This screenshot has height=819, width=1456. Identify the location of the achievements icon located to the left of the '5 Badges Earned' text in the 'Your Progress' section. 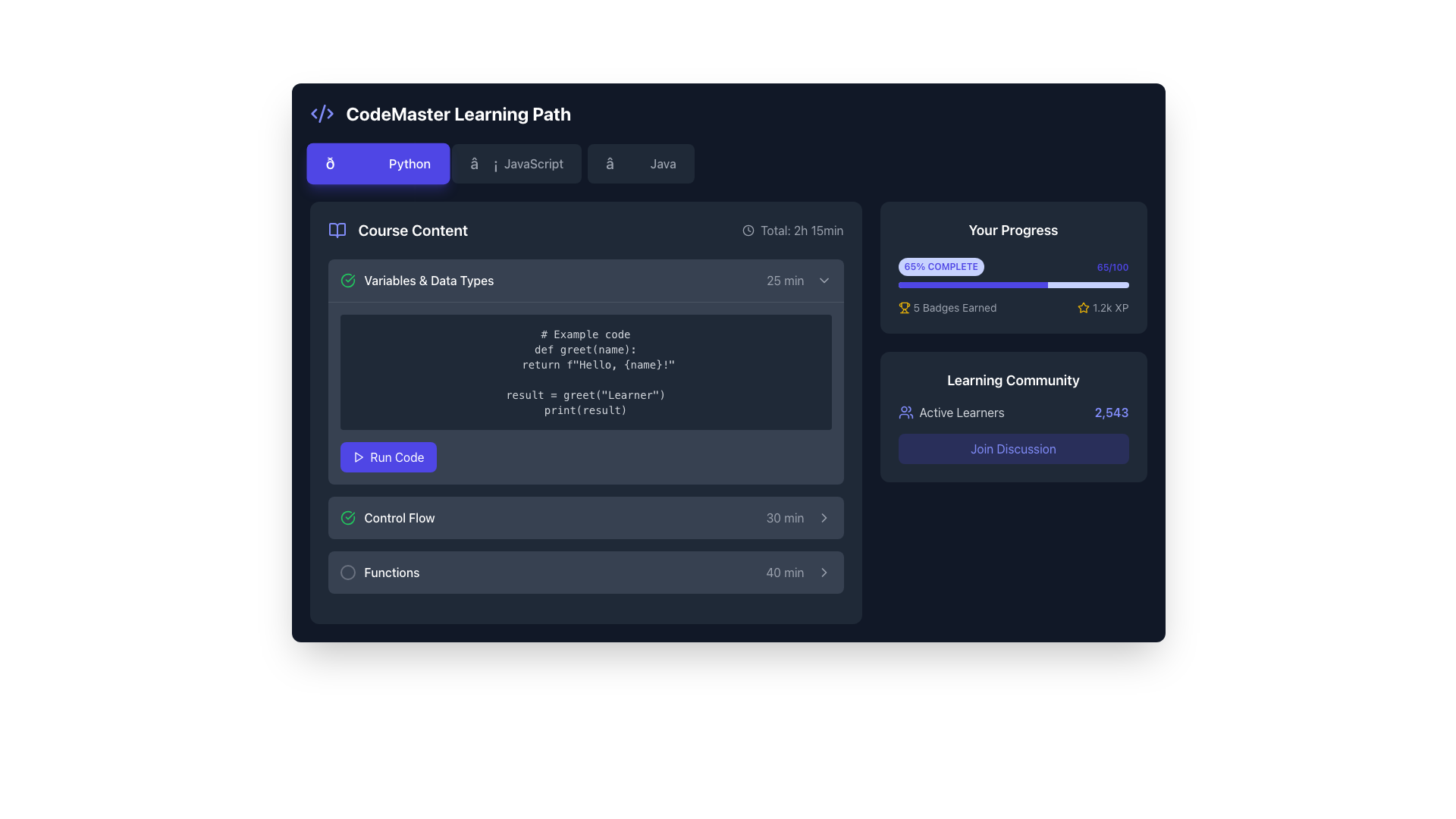
(904, 307).